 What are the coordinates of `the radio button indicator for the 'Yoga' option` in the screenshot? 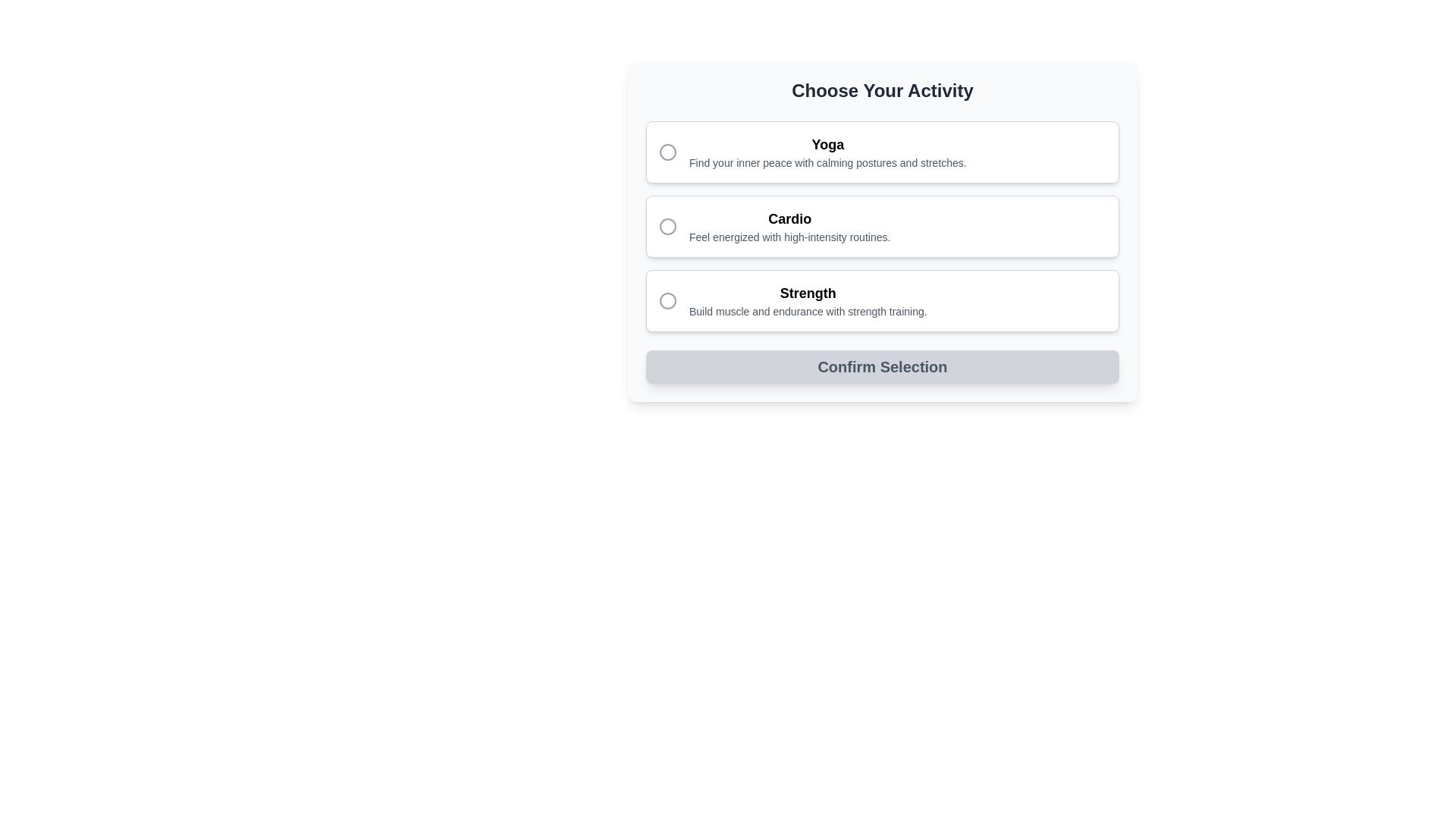 It's located at (667, 152).